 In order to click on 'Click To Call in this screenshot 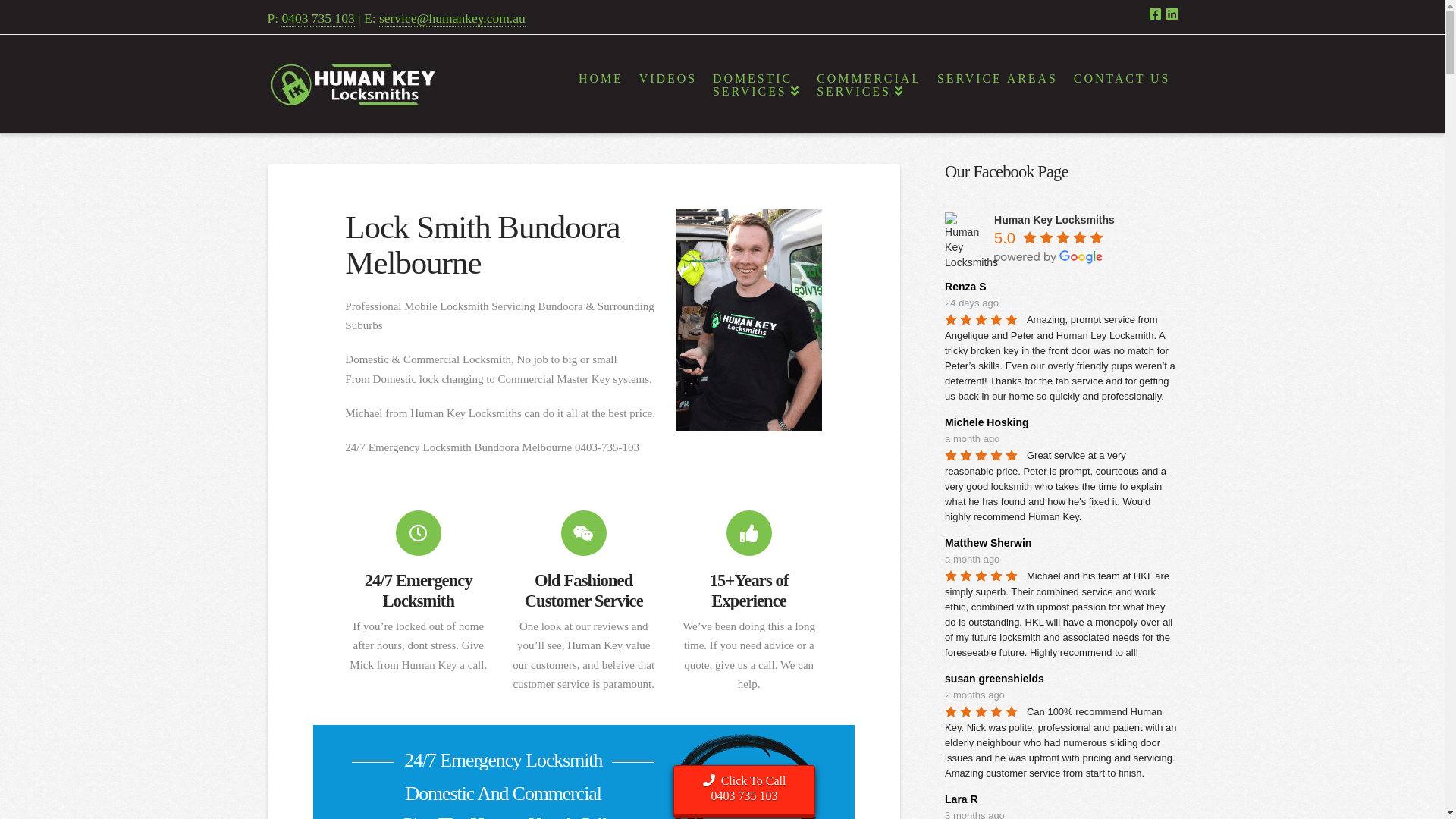, I will do `click(744, 789)`.